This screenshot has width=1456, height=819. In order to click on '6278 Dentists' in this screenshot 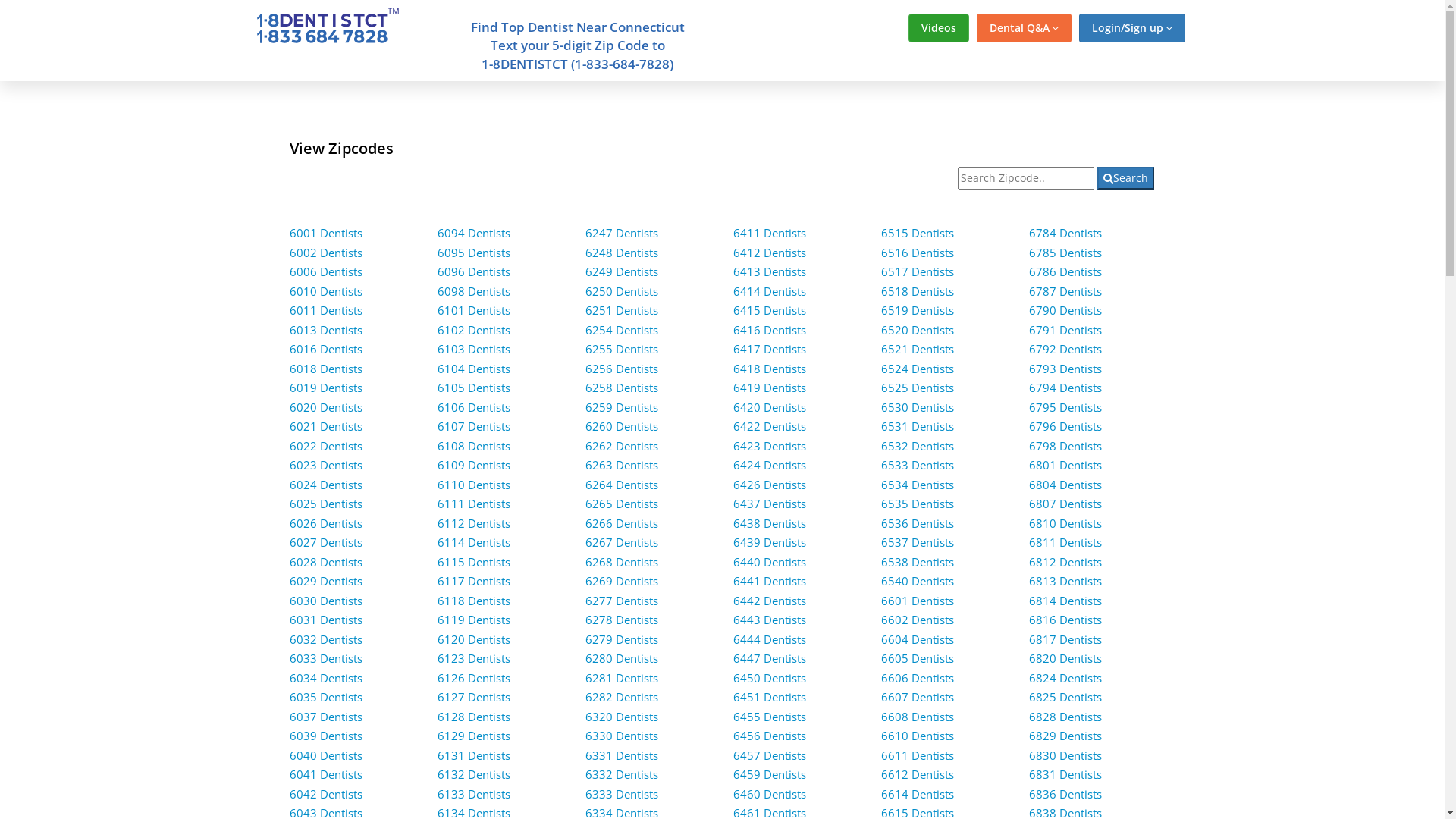, I will do `click(622, 620)`.